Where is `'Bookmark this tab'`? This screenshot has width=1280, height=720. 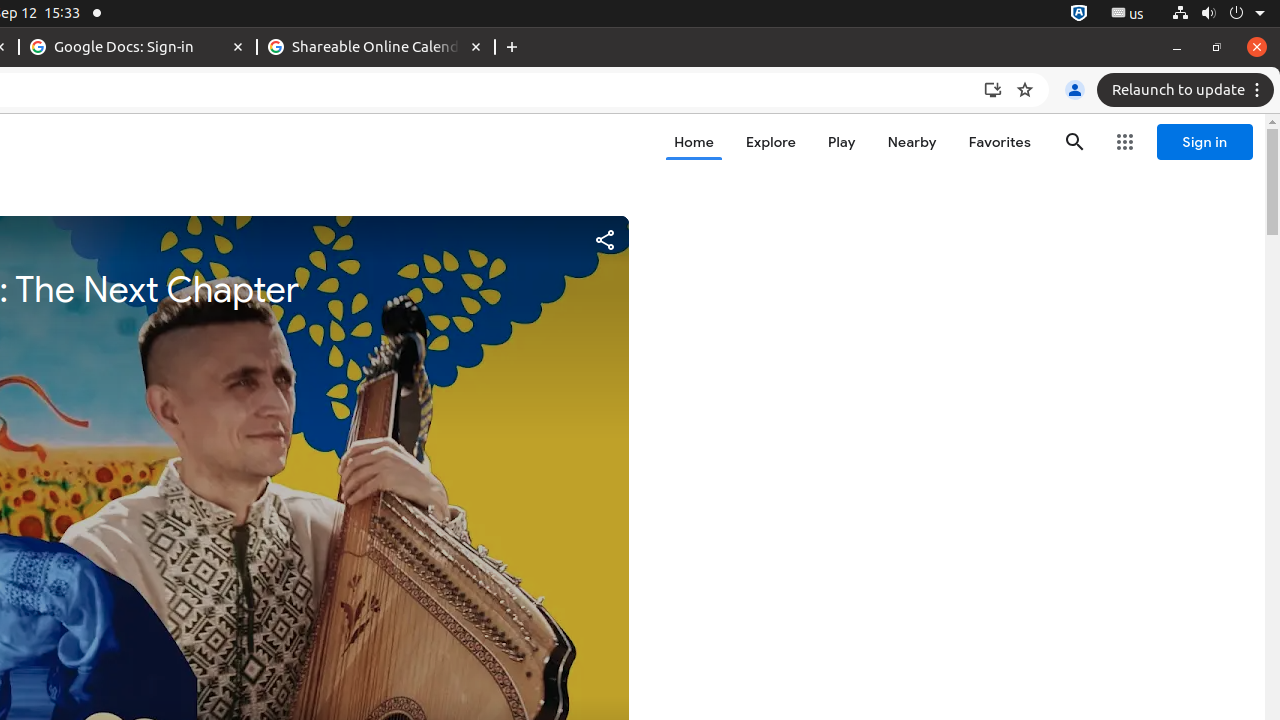 'Bookmark this tab' is located at coordinates (1025, 90).